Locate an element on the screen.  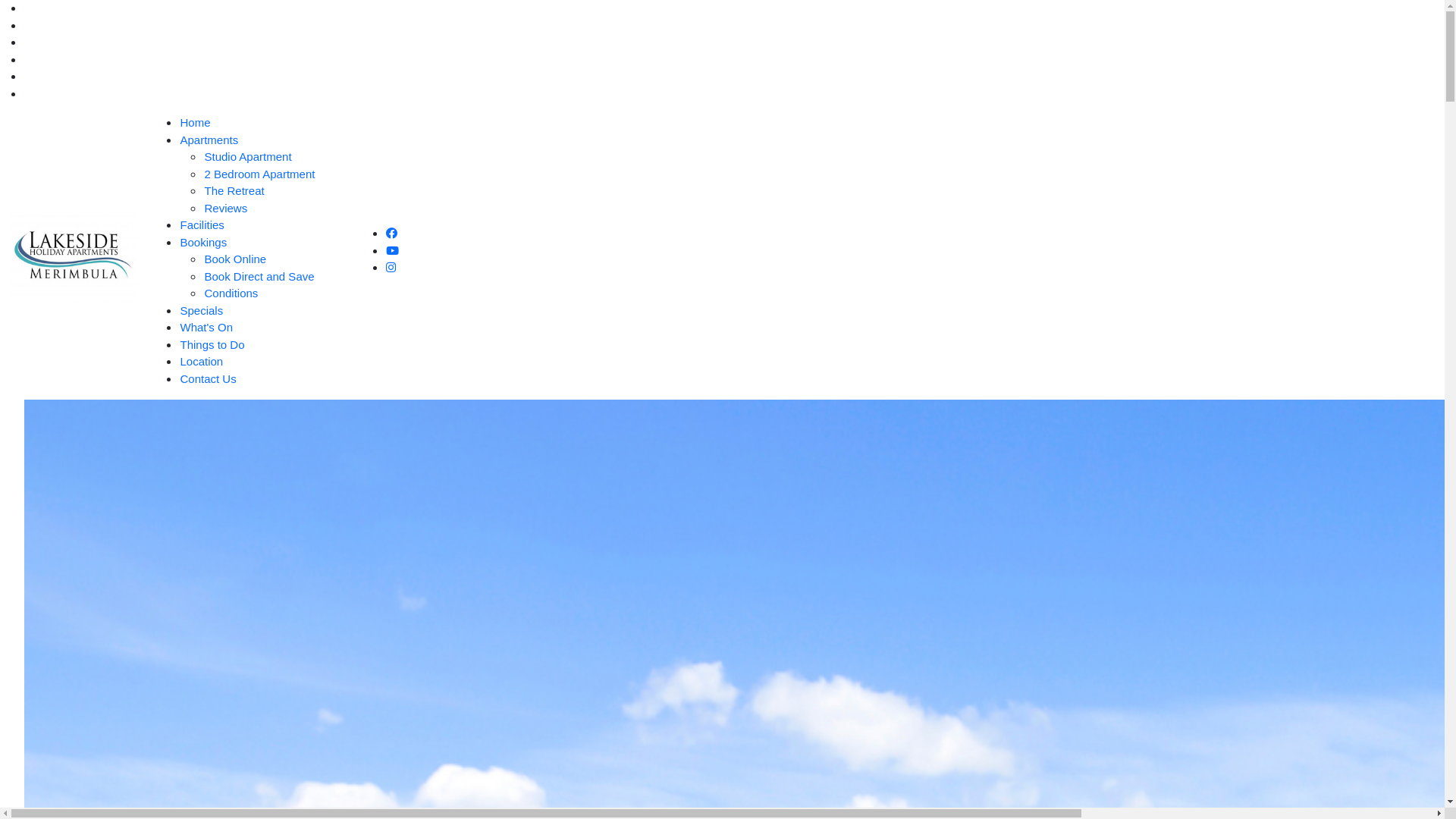
'Specials' is located at coordinates (200, 309).